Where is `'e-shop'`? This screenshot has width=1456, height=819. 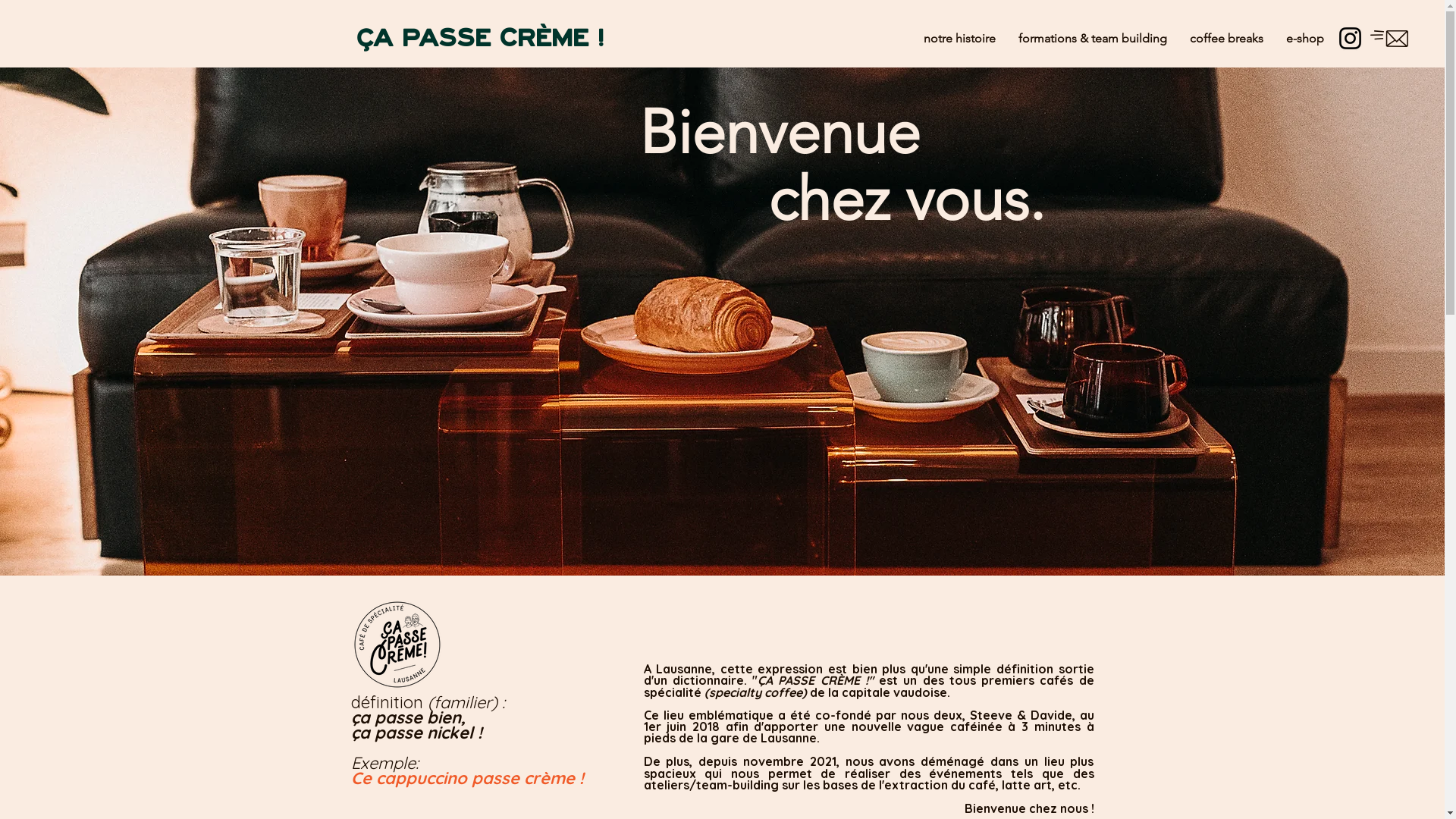
'e-shop' is located at coordinates (1274, 37).